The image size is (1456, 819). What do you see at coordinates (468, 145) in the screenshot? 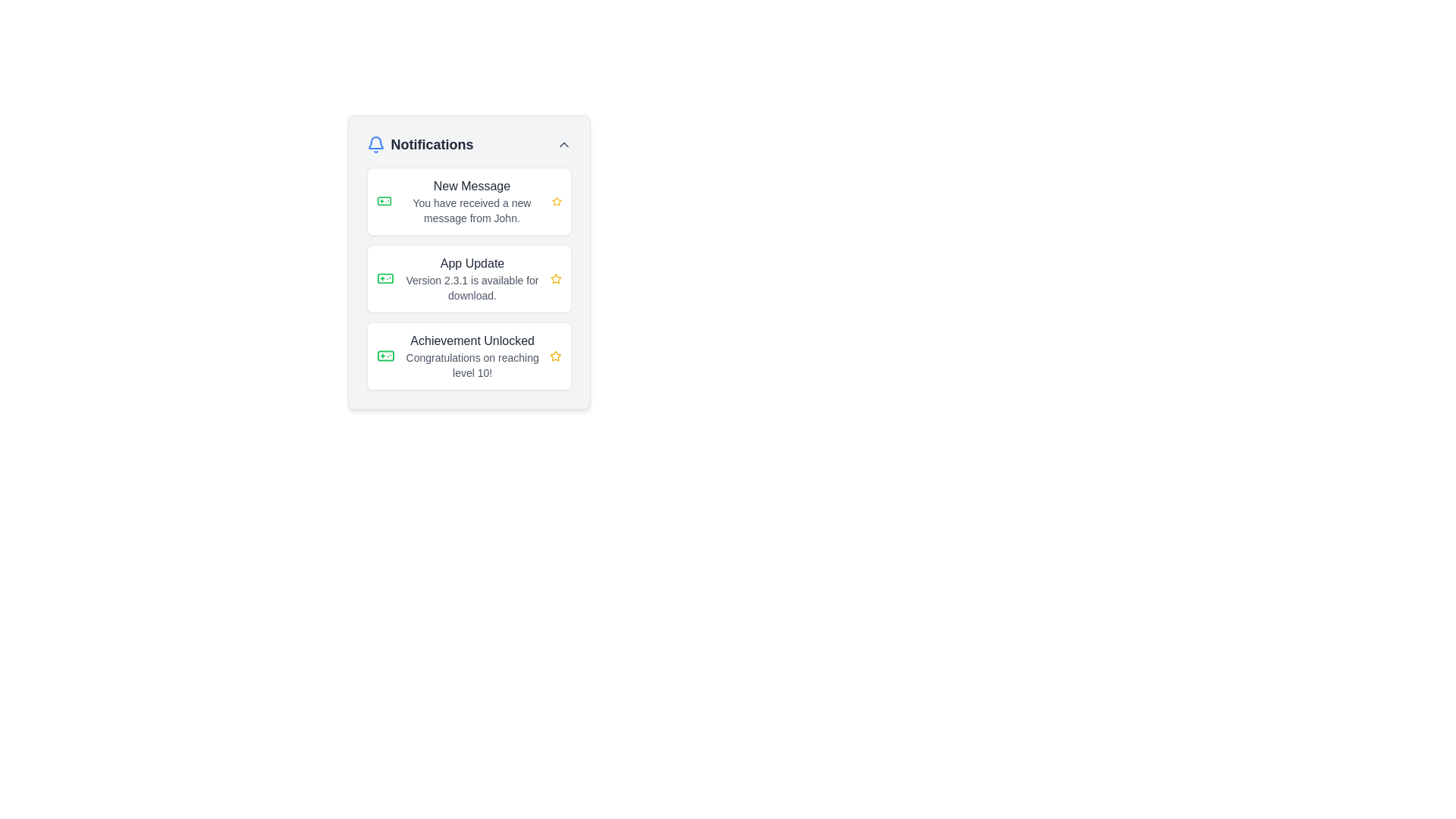
I see `the header section that contains the icon and text, which indicates the content of the notification section` at bounding box center [468, 145].